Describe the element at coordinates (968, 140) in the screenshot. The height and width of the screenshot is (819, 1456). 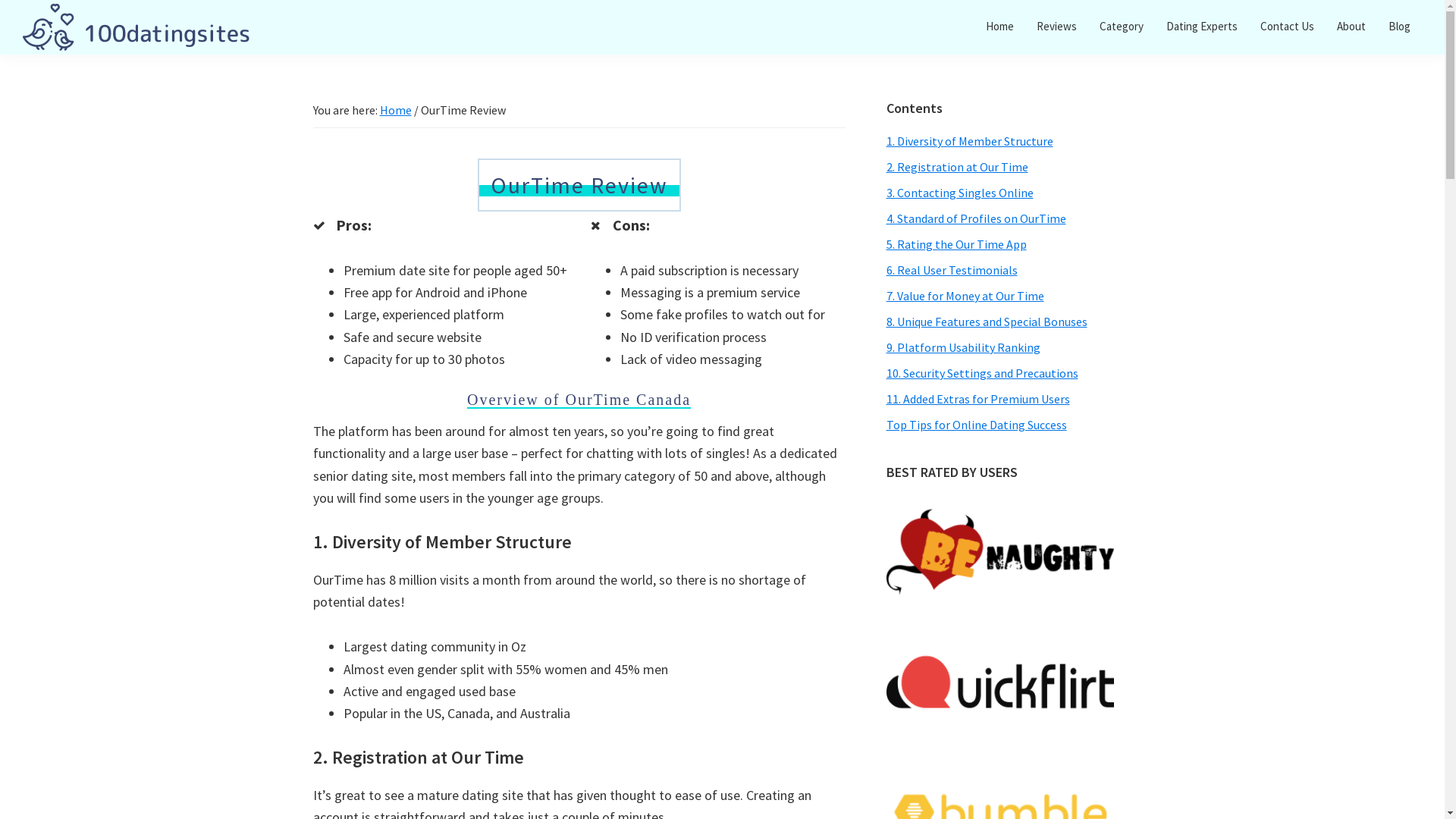
I see `'1. Diversity of Member Structure'` at that location.